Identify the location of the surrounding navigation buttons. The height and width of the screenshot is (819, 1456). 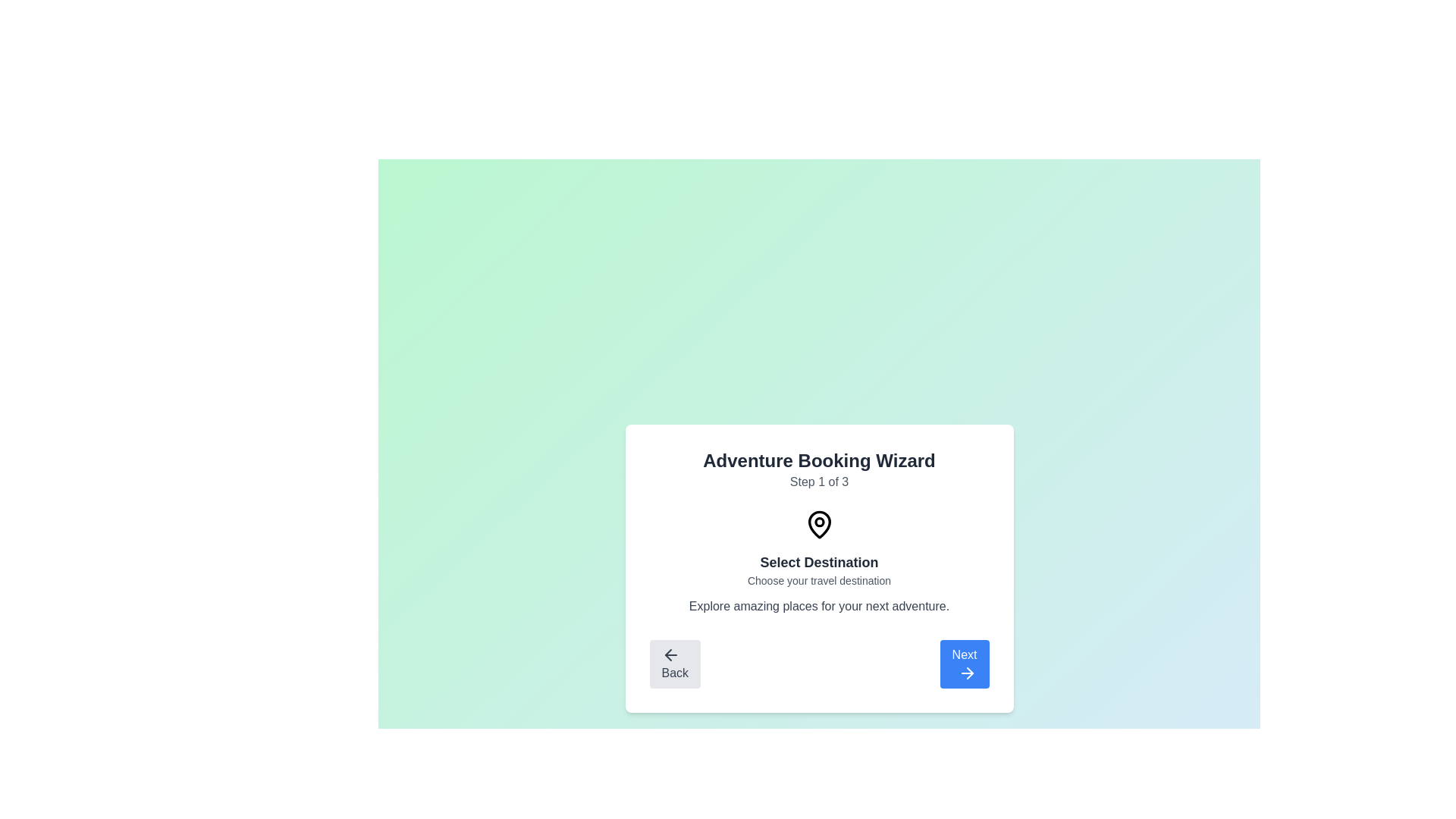
(818, 562).